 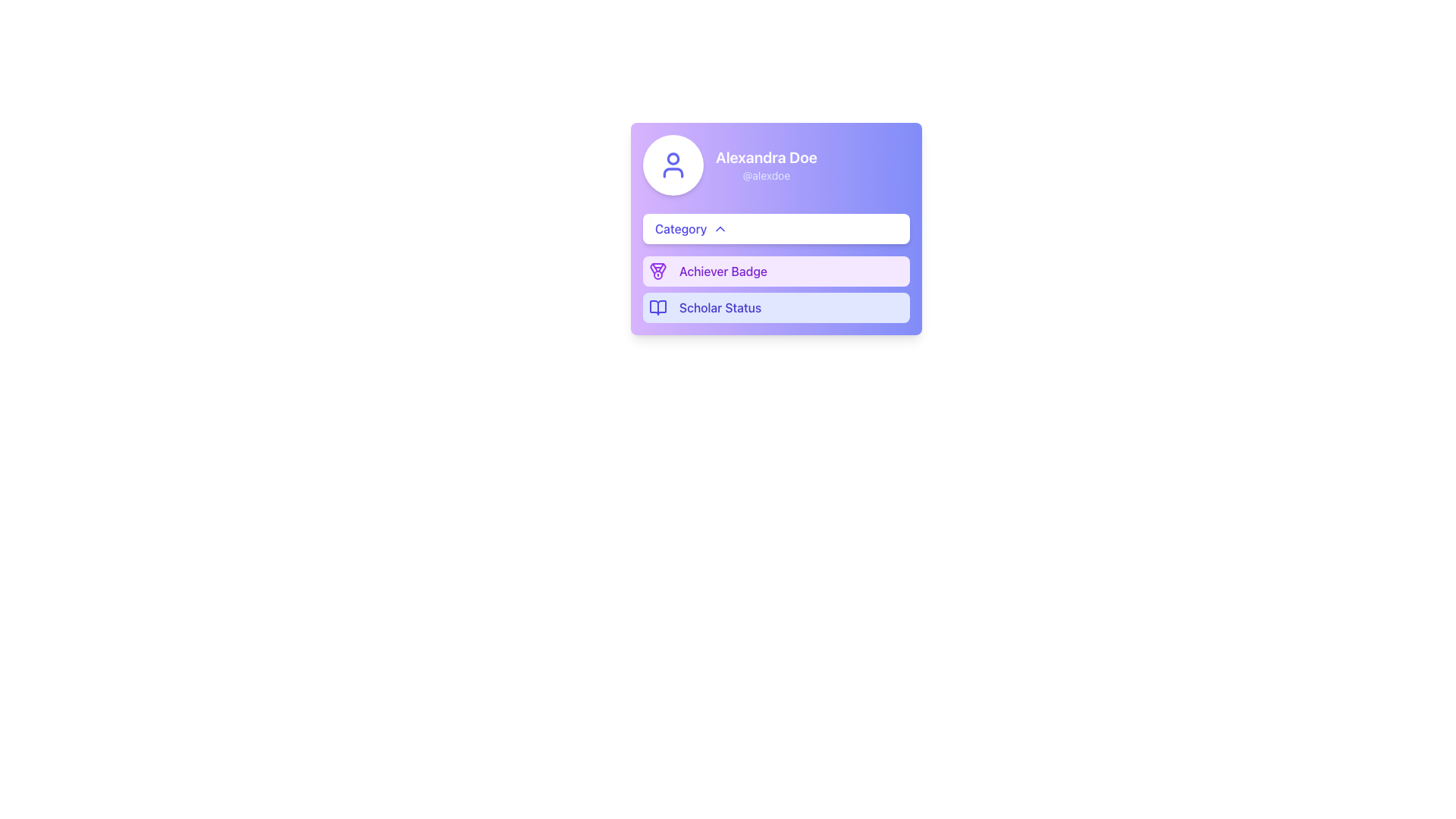 What do you see at coordinates (766, 174) in the screenshot?
I see `the text element displaying '@alexdoe' which is styled in a light indigo shade and located below 'Alexandra Doe'` at bounding box center [766, 174].